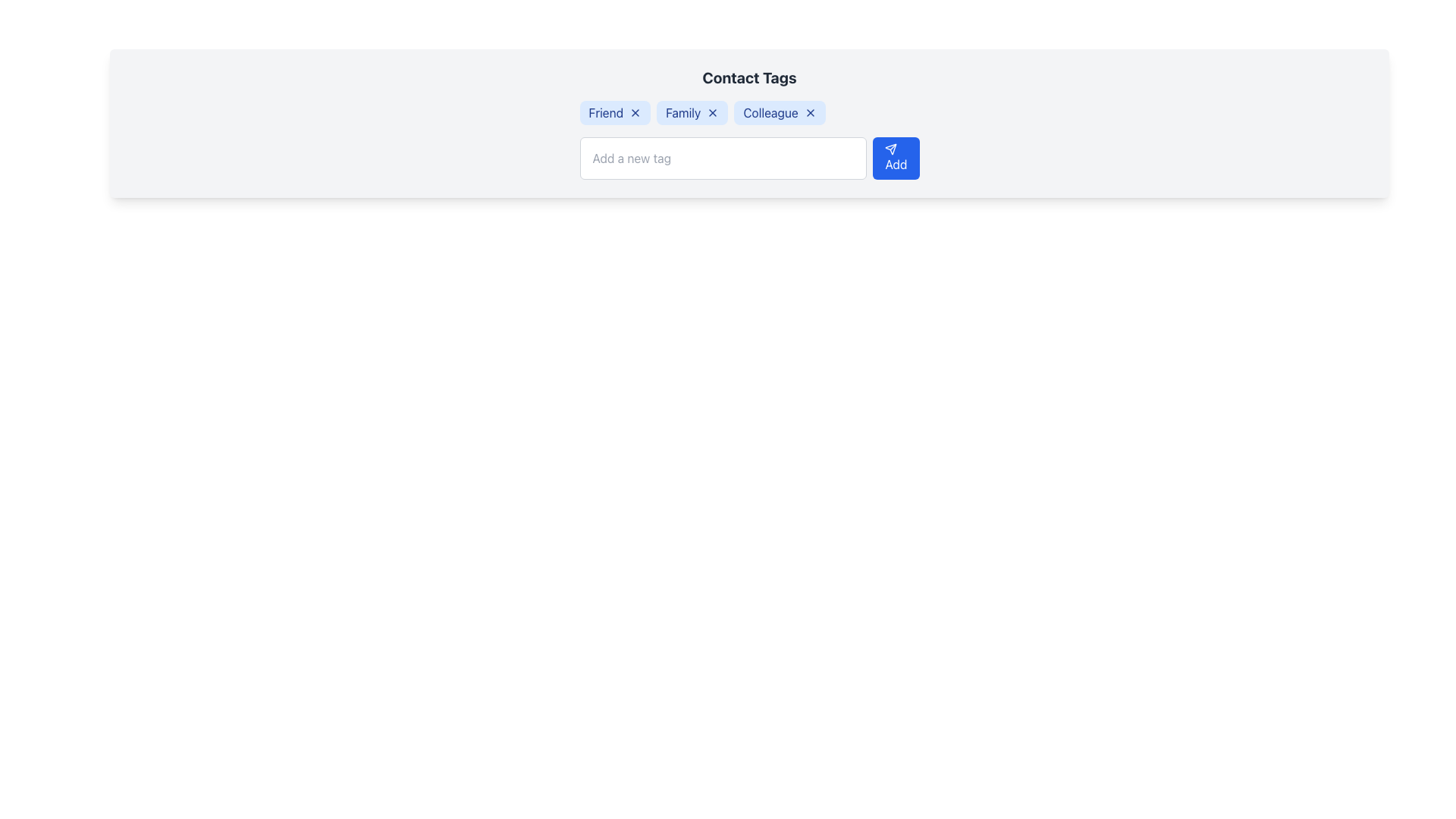 The height and width of the screenshot is (819, 1456). I want to click on the pill-shaped tag labeled 'Colleague' with blue text and a light blue background, which is the third tag among 'Friend,' 'Family,' and 'Colleague.', so click(780, 112).